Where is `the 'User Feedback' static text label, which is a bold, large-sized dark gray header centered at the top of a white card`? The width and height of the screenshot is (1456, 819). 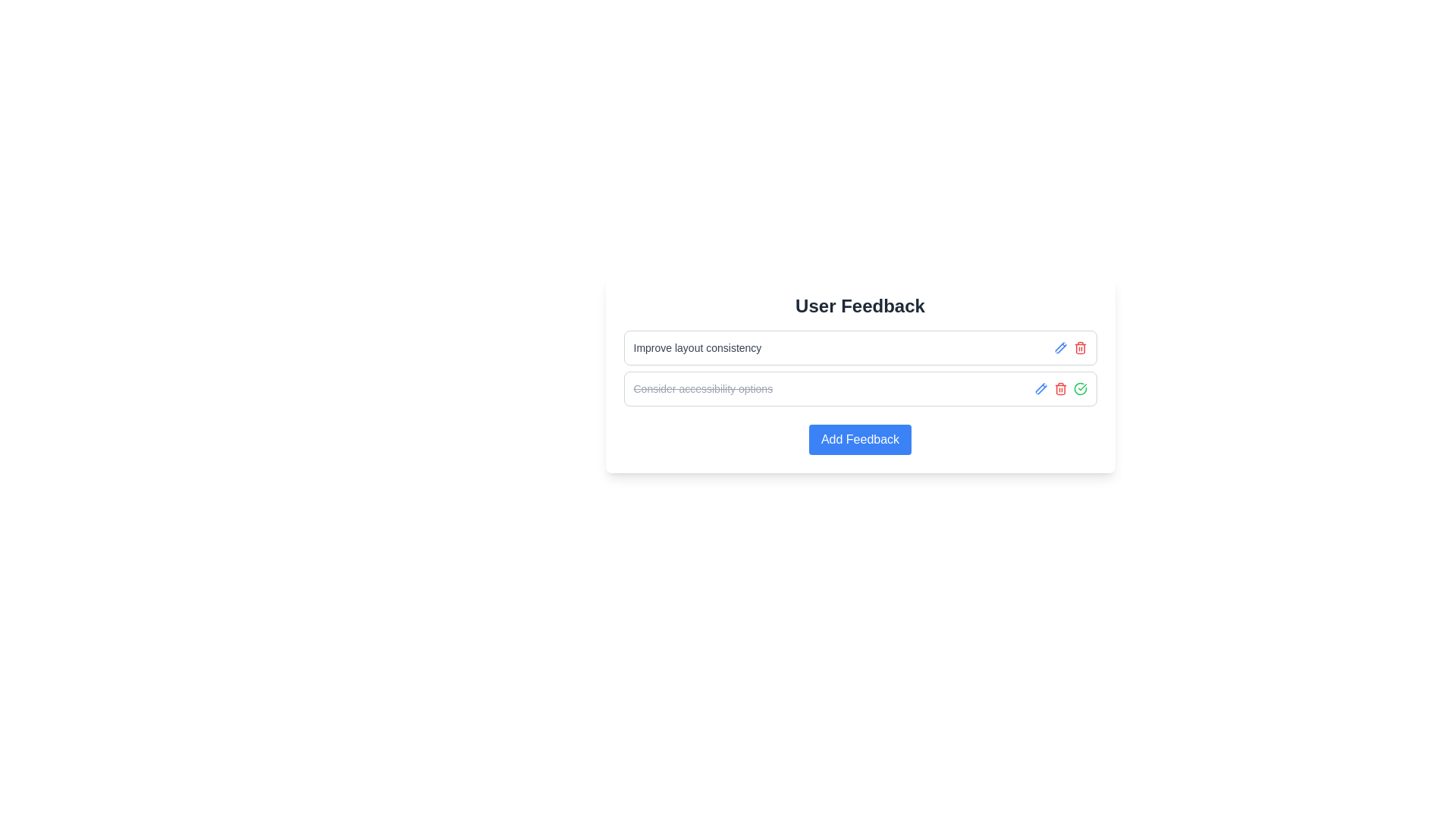
the 'User Feedback' static text label, which is a bold, large-sized dark gray header centered at the top of a white card is located at coordinates (860, 306).